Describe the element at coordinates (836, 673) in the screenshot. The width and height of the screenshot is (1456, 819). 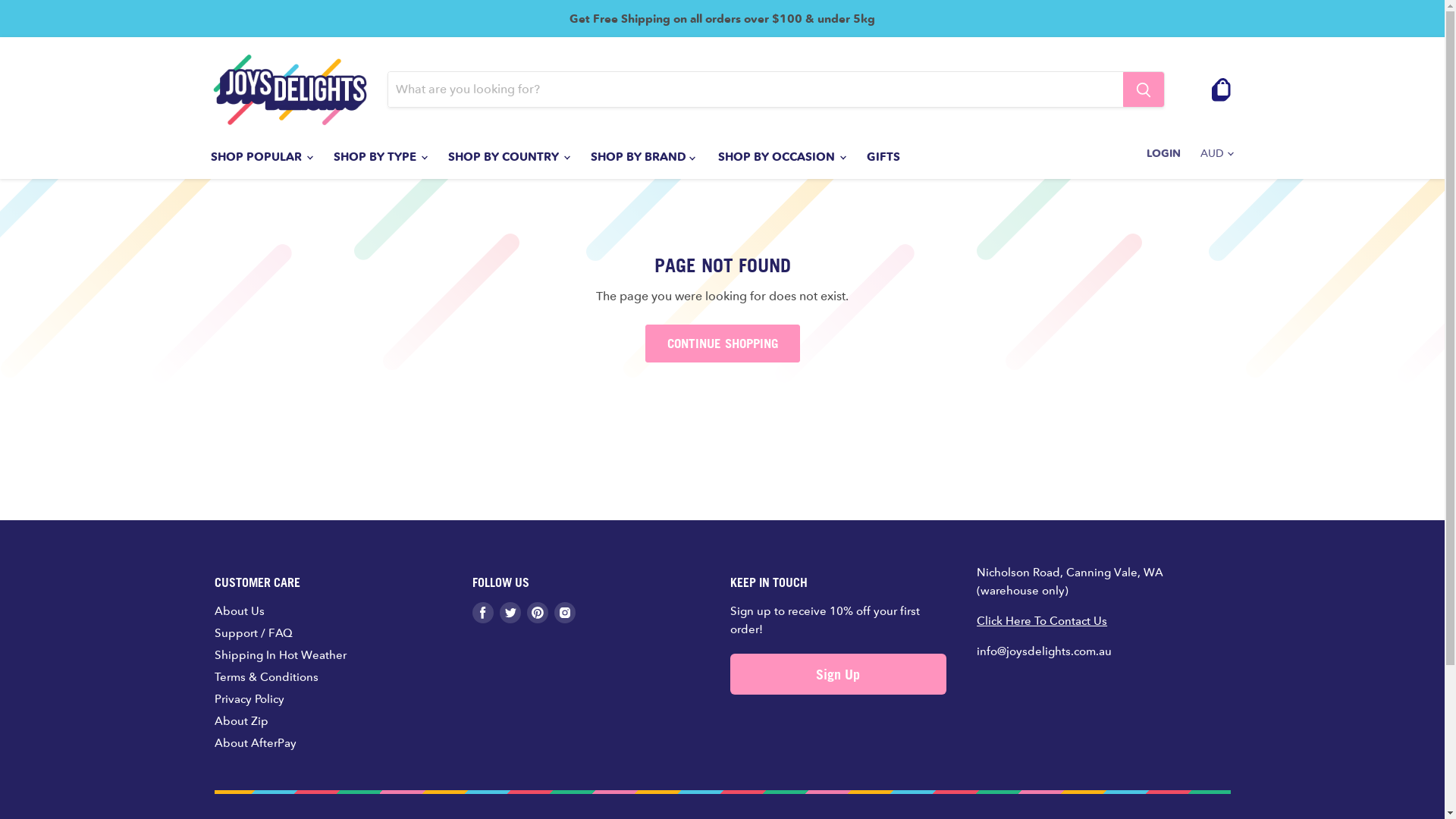
I see `'Sign Up'` at that location.